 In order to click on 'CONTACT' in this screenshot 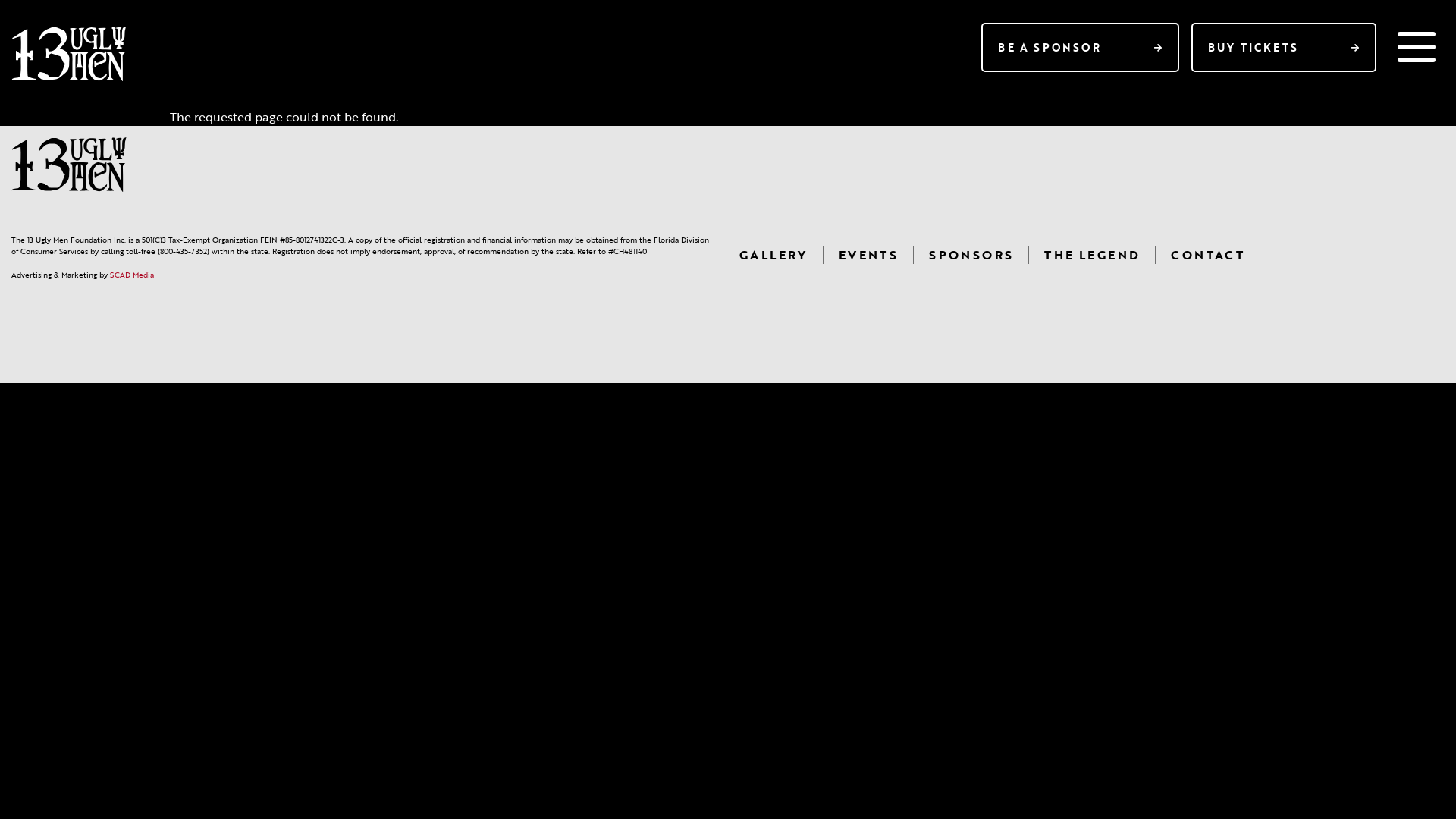, I will do `click(1207, 253)`.